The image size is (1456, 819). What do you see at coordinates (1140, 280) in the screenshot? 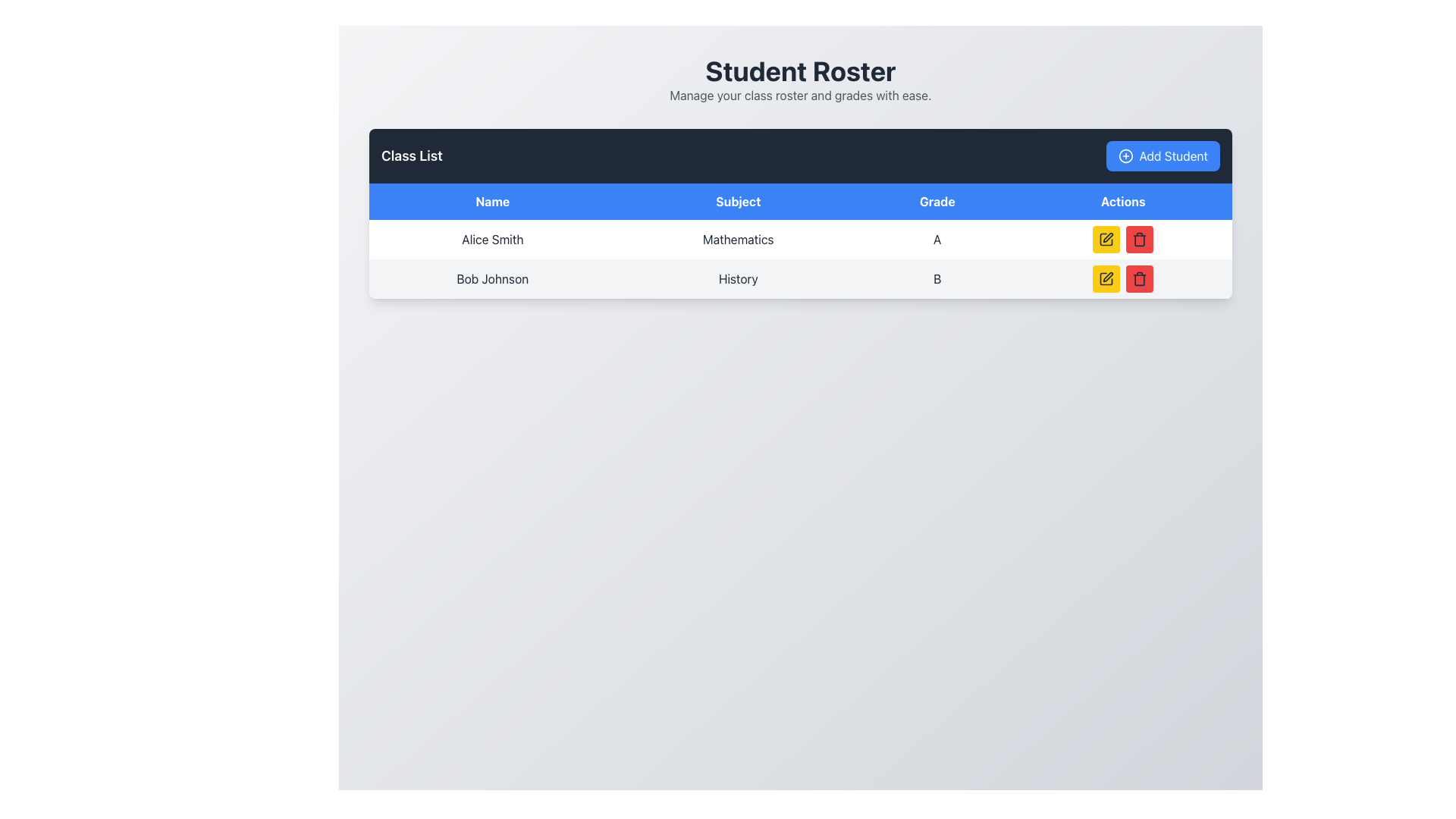
I see `the red trash can icon in the 'Actions' column of the 'Class List' table` at bounding box center [1140, 280].